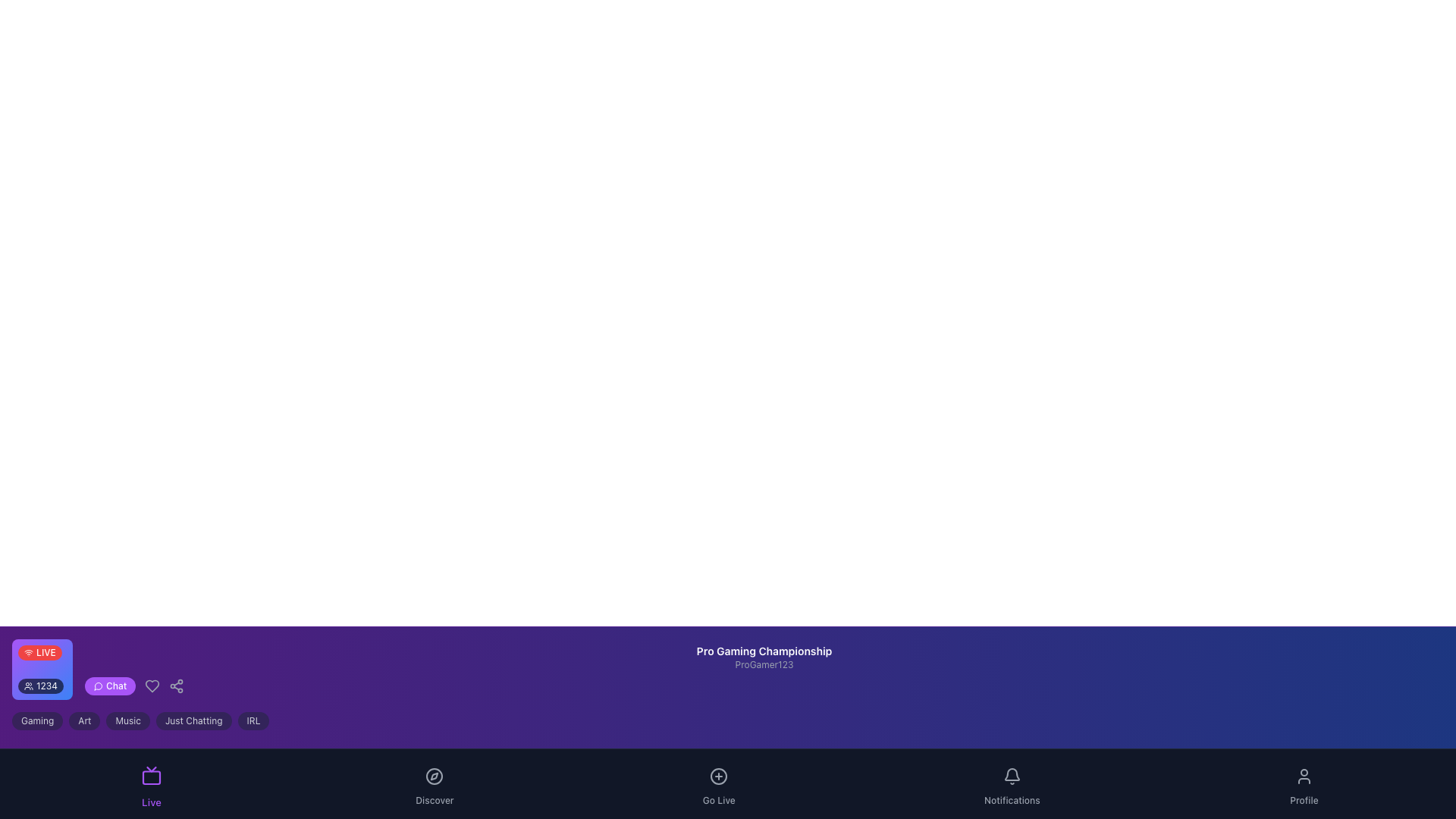 The height and width of the screenshot is (819, 1456). I want to click on the 'Art' category button, which is the second button in a horizontal row of category buttons, to filter content related to the 'Art' category, so click(83, 720).